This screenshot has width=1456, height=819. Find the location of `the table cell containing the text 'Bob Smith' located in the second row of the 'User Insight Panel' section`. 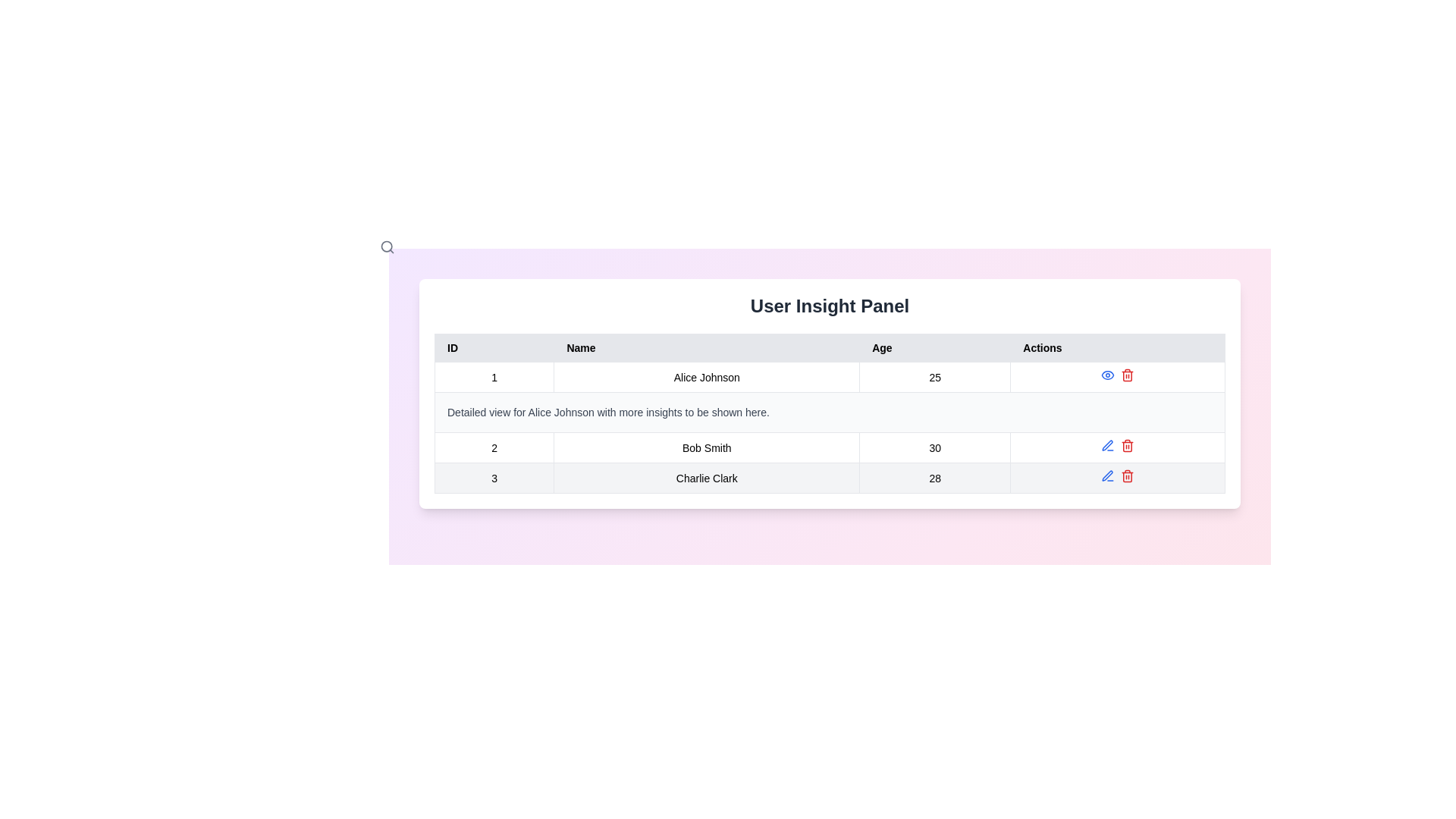

the table cell containing the text 'Bob Smith' located in the second row of the 'User Insight Panel' section is located at coordinates (706, 447).